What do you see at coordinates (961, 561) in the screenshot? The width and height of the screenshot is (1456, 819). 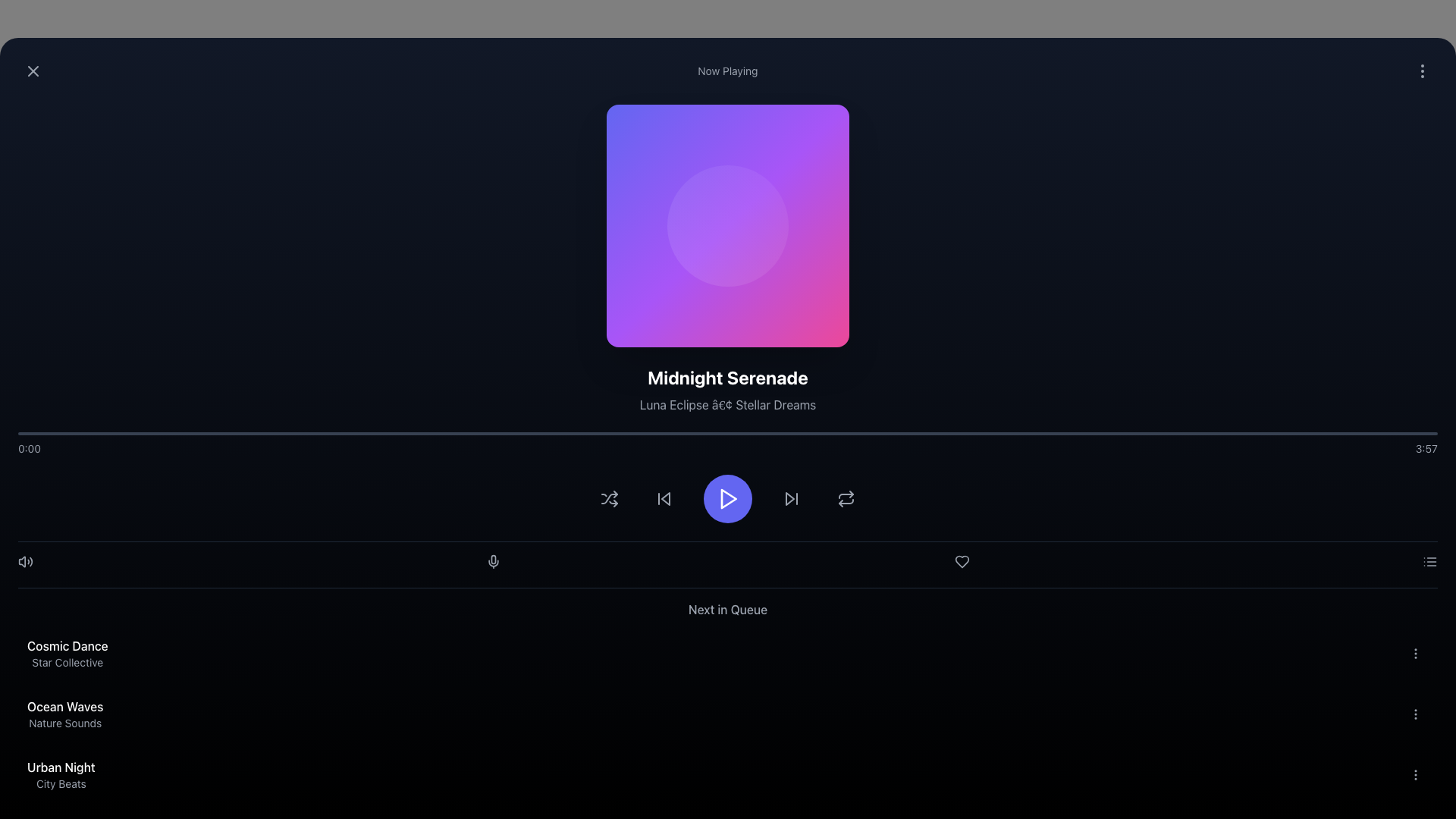 I see `the heart-shaped icon button with a gray color that changes to white upon hover, located towards the right in a horizontal row of interactive elements at the bottom of the interface` at bounding box center [961, 561].